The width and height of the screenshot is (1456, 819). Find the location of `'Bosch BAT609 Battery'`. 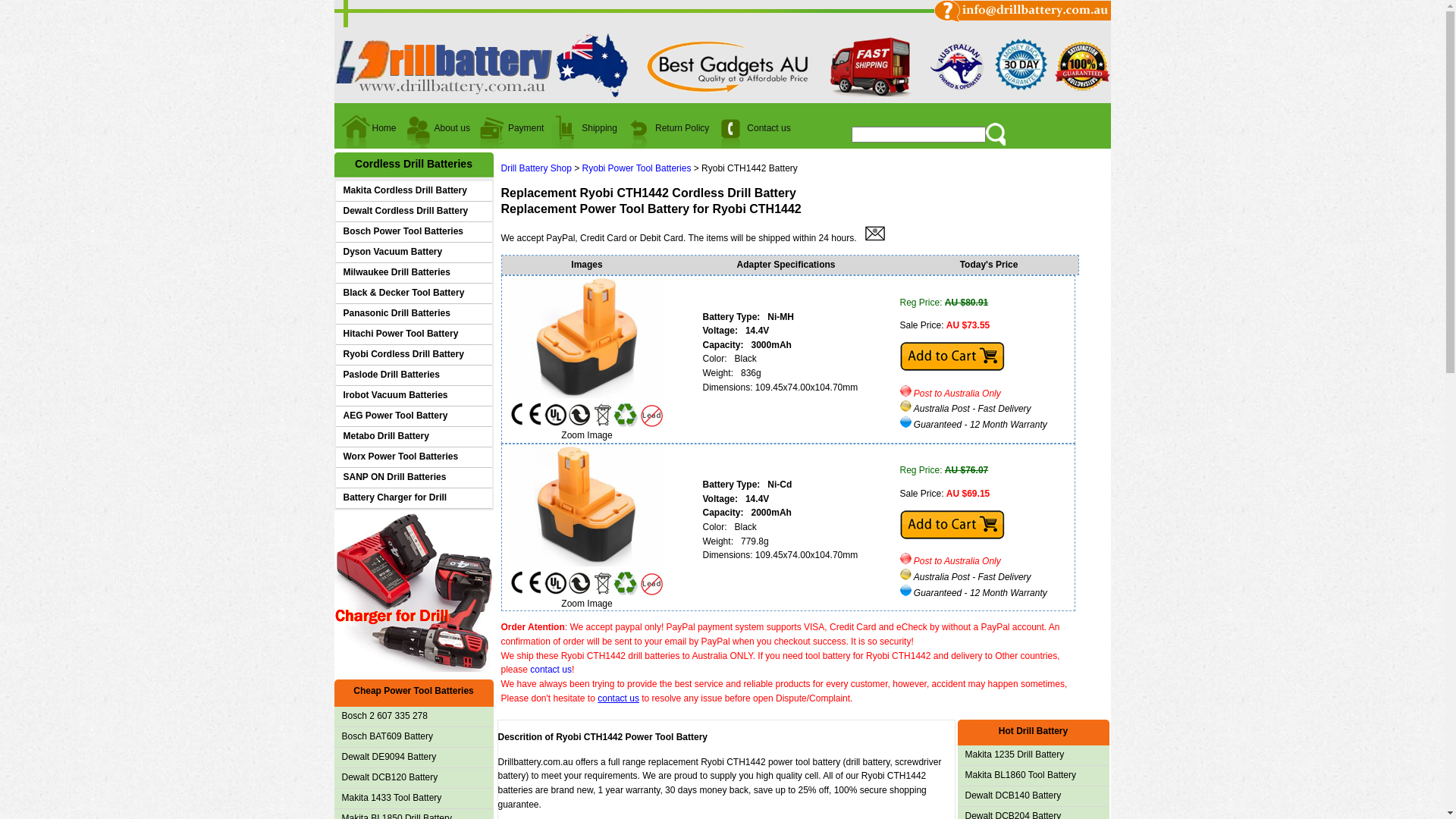

'Bosch BAT609 Battery' is located at coordinates (413, 736).